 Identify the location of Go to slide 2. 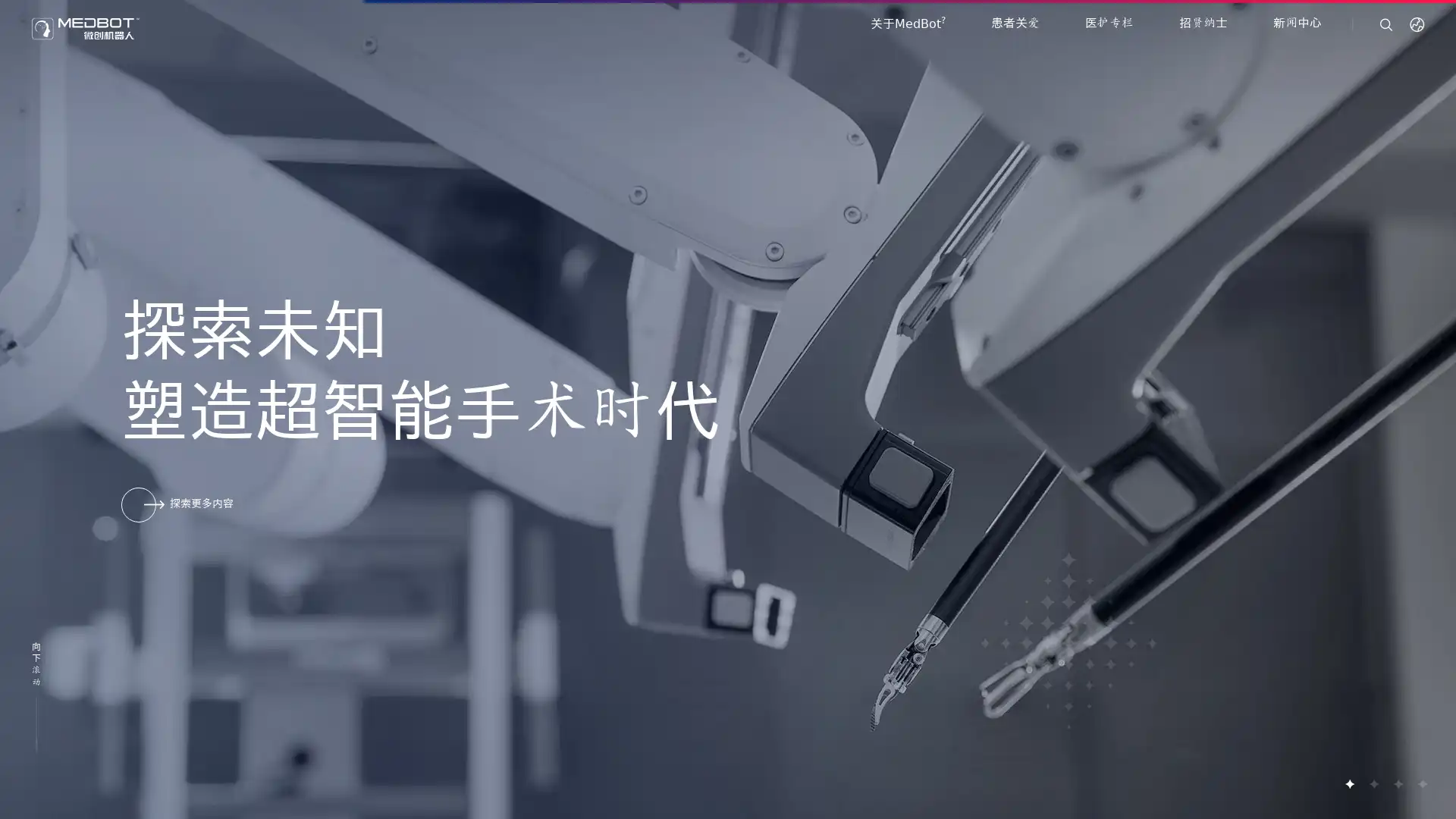
(1373, 783).